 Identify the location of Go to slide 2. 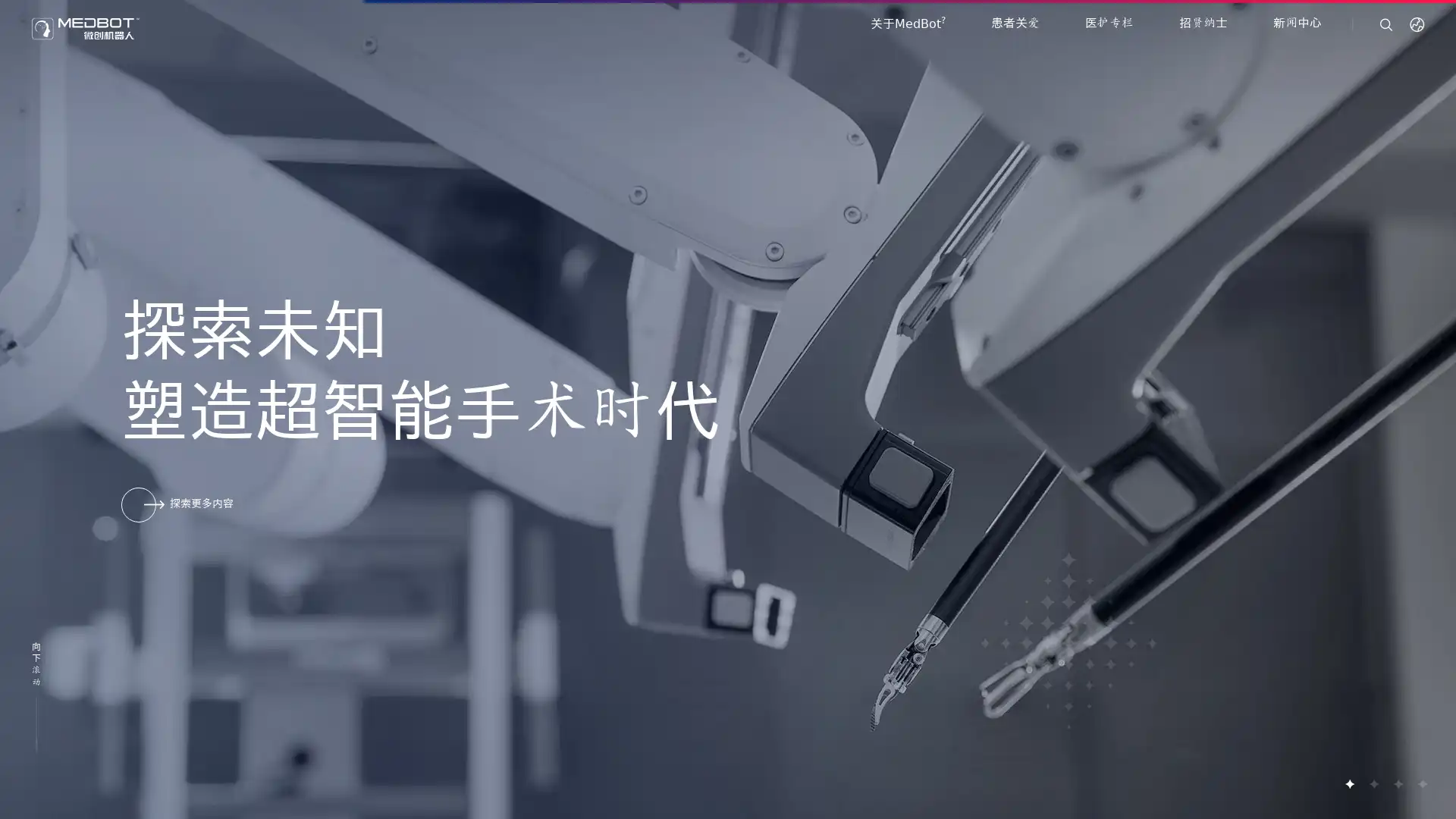
(1373, 783).